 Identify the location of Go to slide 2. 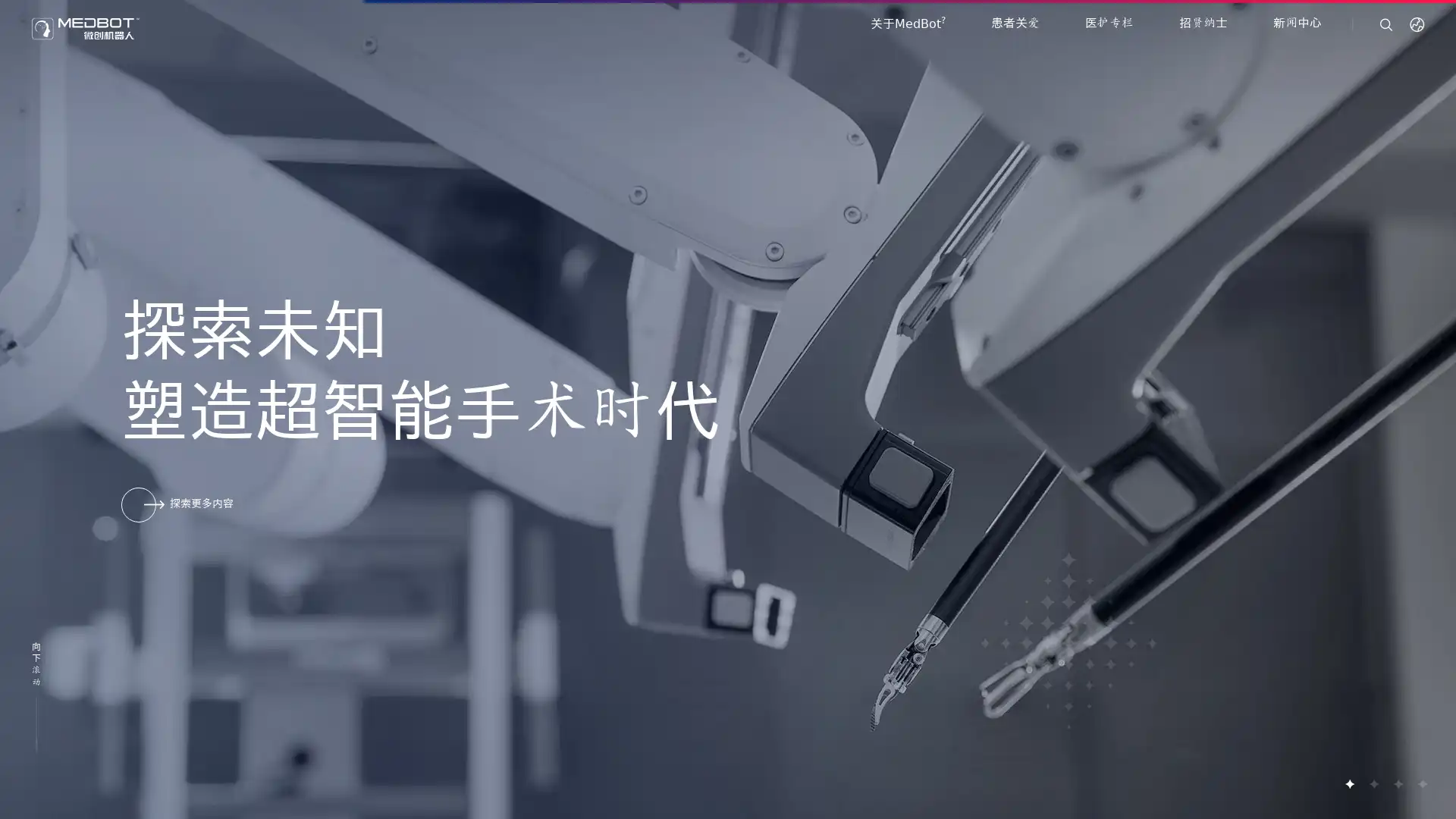
(1373, 783).